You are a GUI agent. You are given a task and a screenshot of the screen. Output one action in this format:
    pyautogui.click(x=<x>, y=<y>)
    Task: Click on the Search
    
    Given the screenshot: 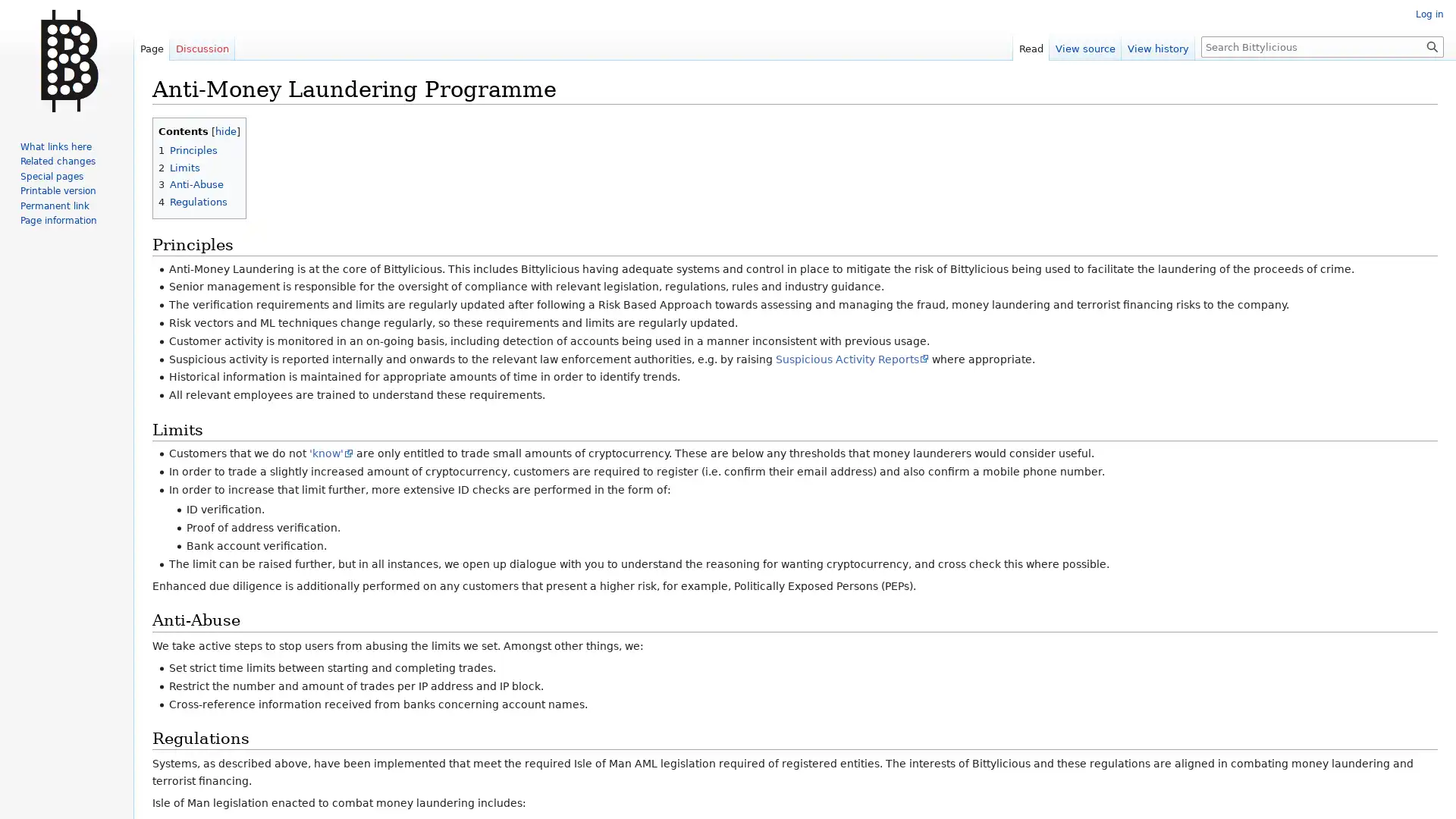 What is the action you would take?
    pyautogui.click(x=1432, y=45)
    